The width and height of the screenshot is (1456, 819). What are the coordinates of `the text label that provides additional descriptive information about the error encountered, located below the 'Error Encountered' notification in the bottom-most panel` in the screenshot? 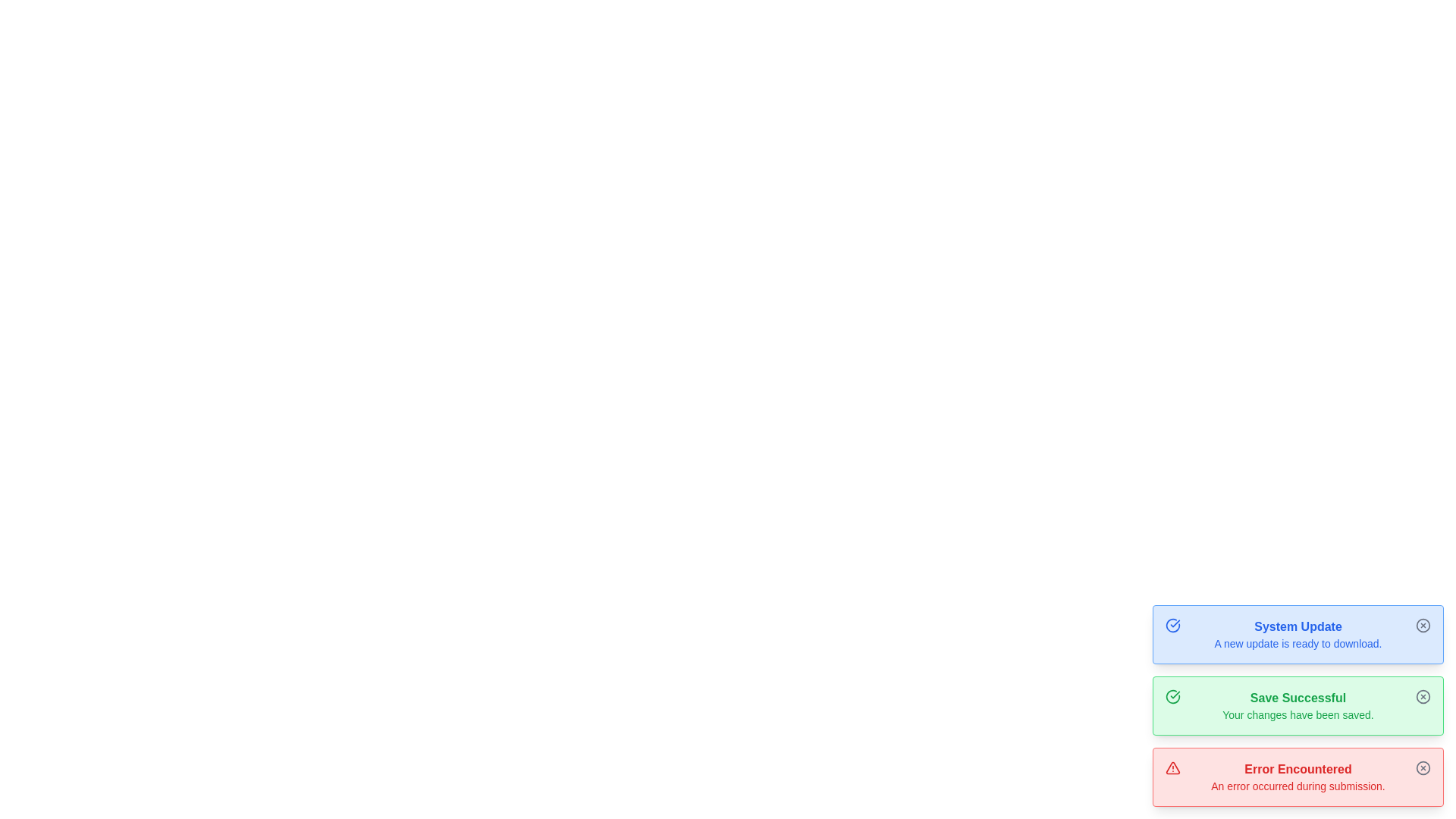 It's located at (1298, 786).